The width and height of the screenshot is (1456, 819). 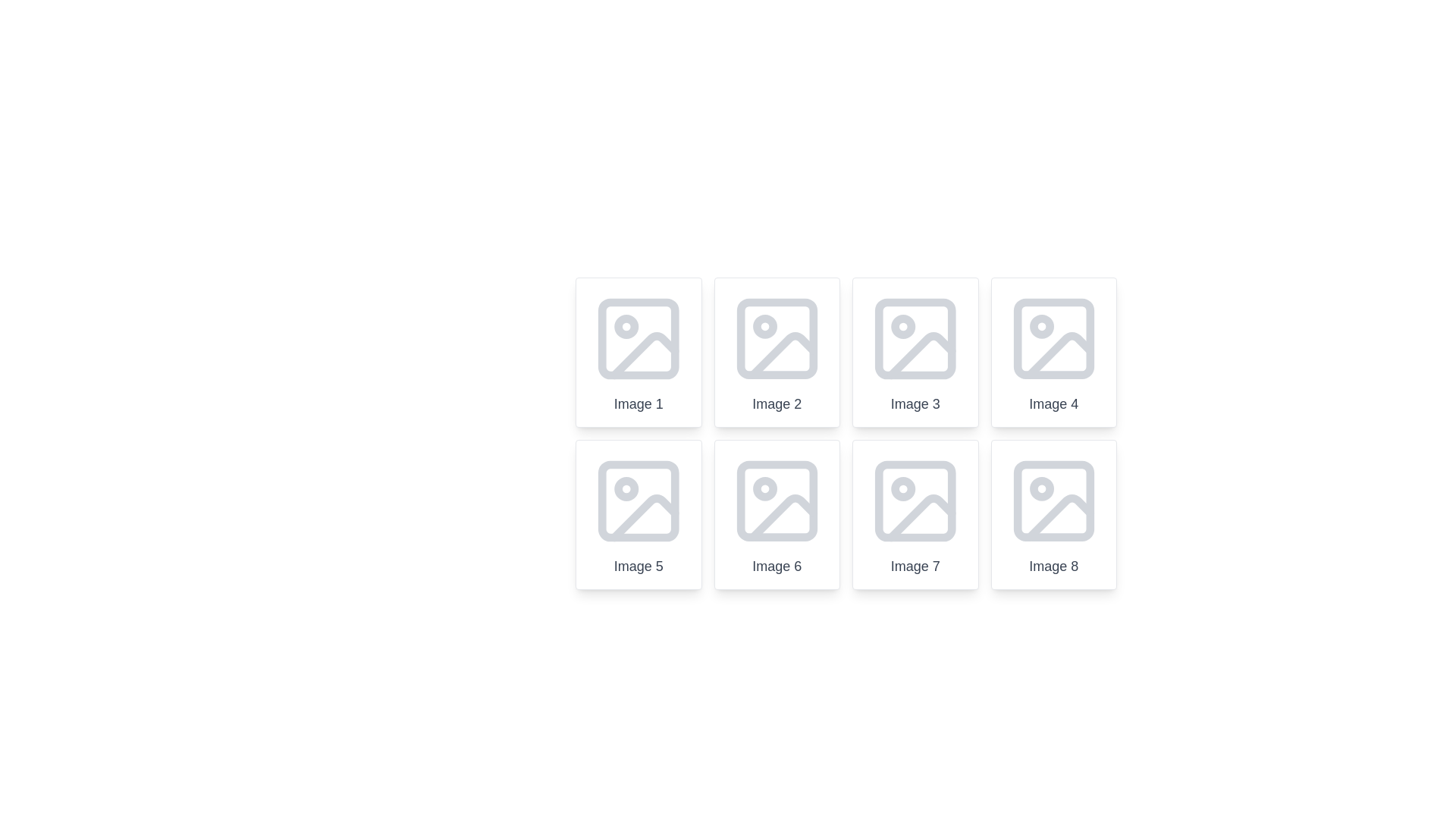 What do you see at coordinates (639, 500) in the screenshot?
I see `SVG shape (Rectangle with rounded corners) that is part of the image placeholder labeled 'Image 5' by clicking on its center point` at bounding box center [639, 500].